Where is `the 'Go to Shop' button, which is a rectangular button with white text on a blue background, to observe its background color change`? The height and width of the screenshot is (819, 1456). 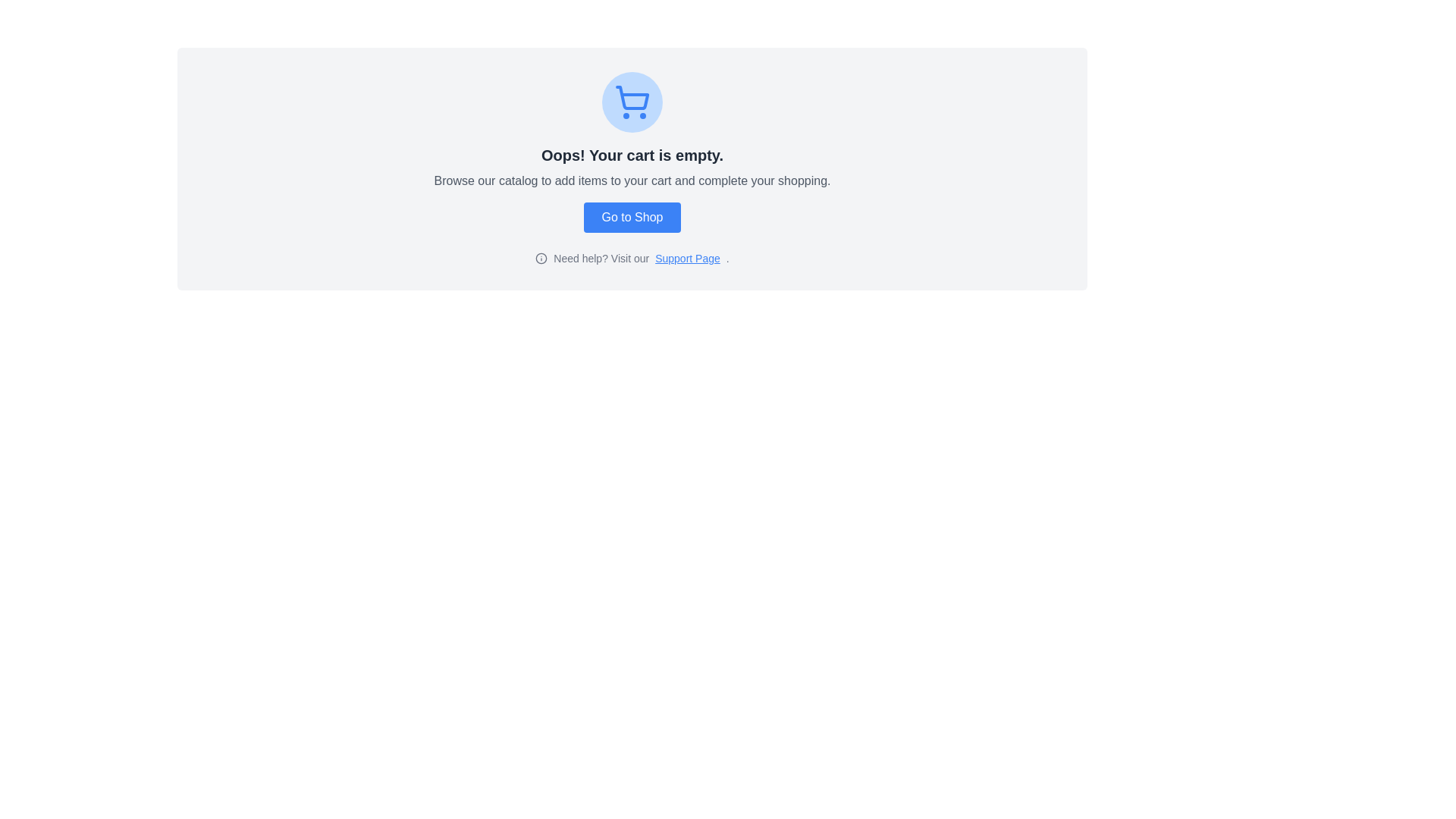
the 'Go to Shop' button, which is a rectangular button with white text on a blue background, to observe its background color change is located at coordinates (632, 217).